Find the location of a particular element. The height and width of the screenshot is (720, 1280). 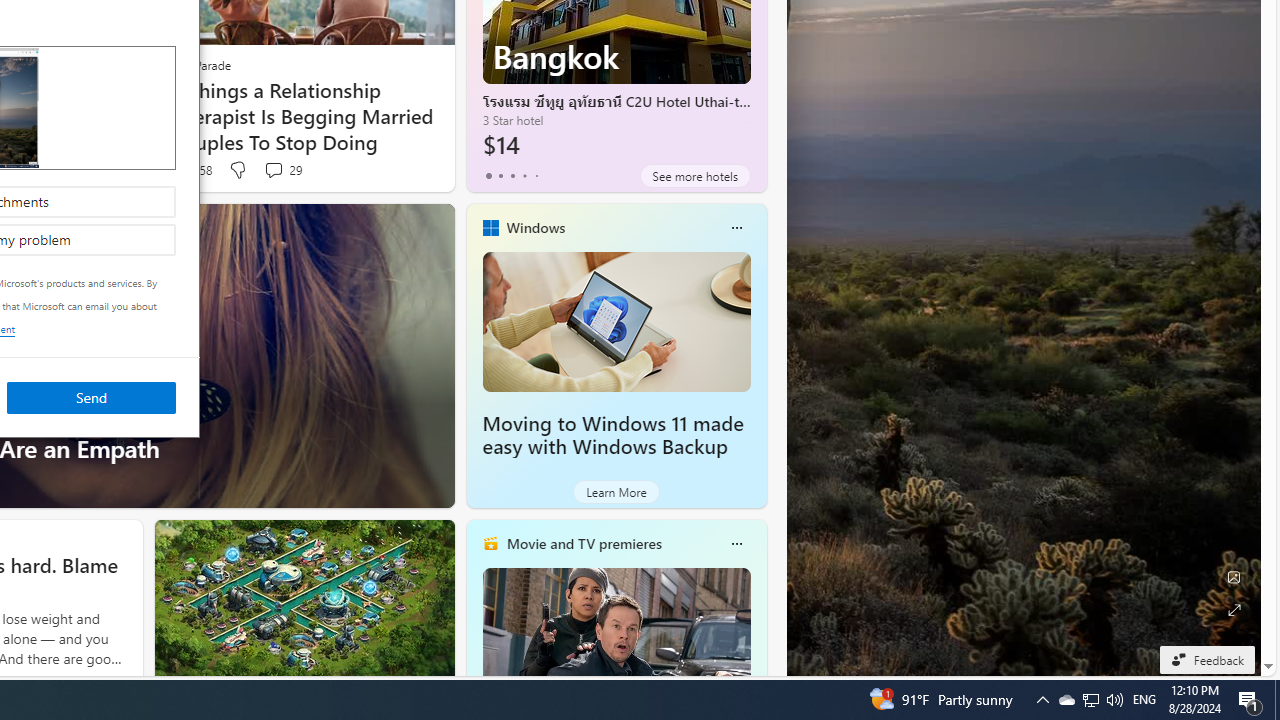

'tab-3' is located at coordinates (524, 175).